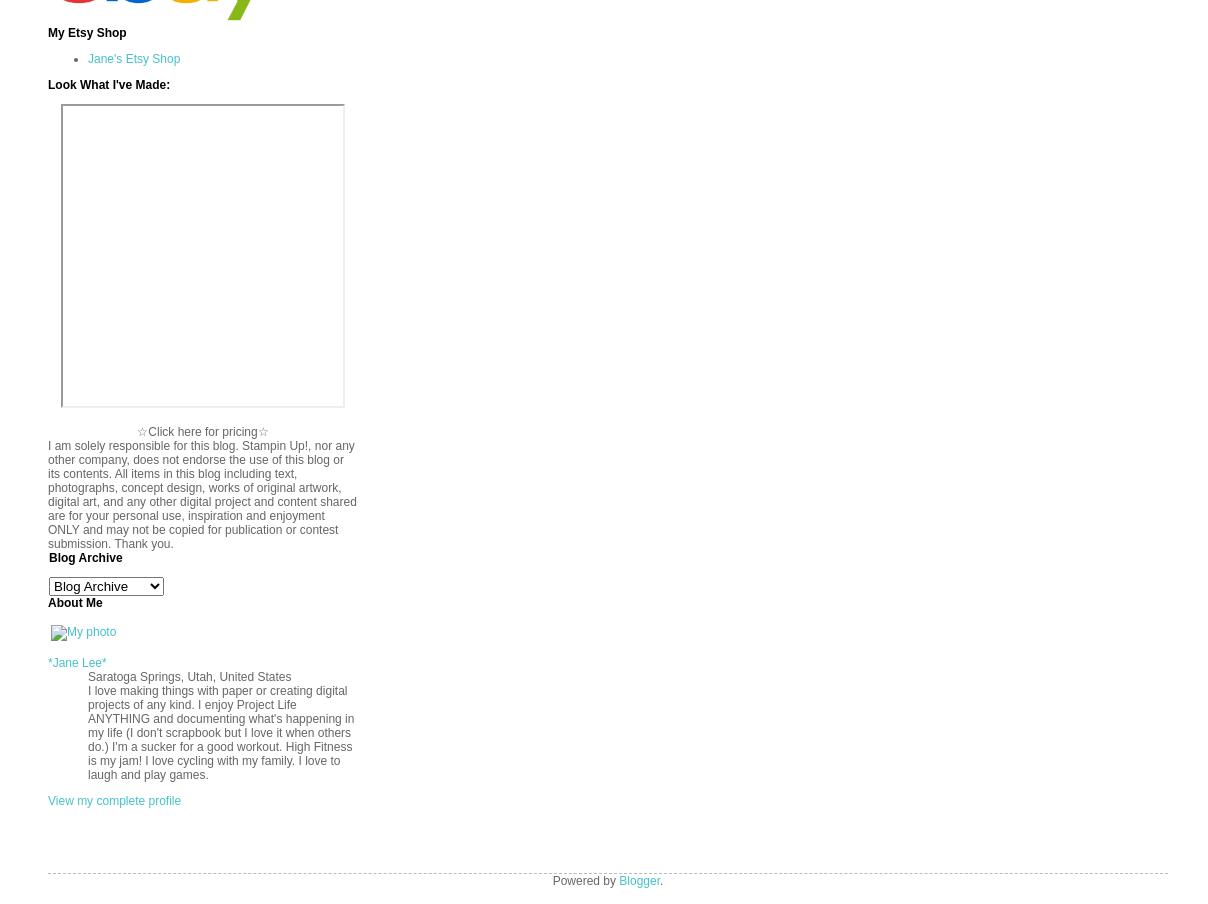 The width and height of the screenshot is (1208, 904). Describe the element at coordinates (46, 84) in the screenshot. I see `'Look What I've Made:'` at that location.